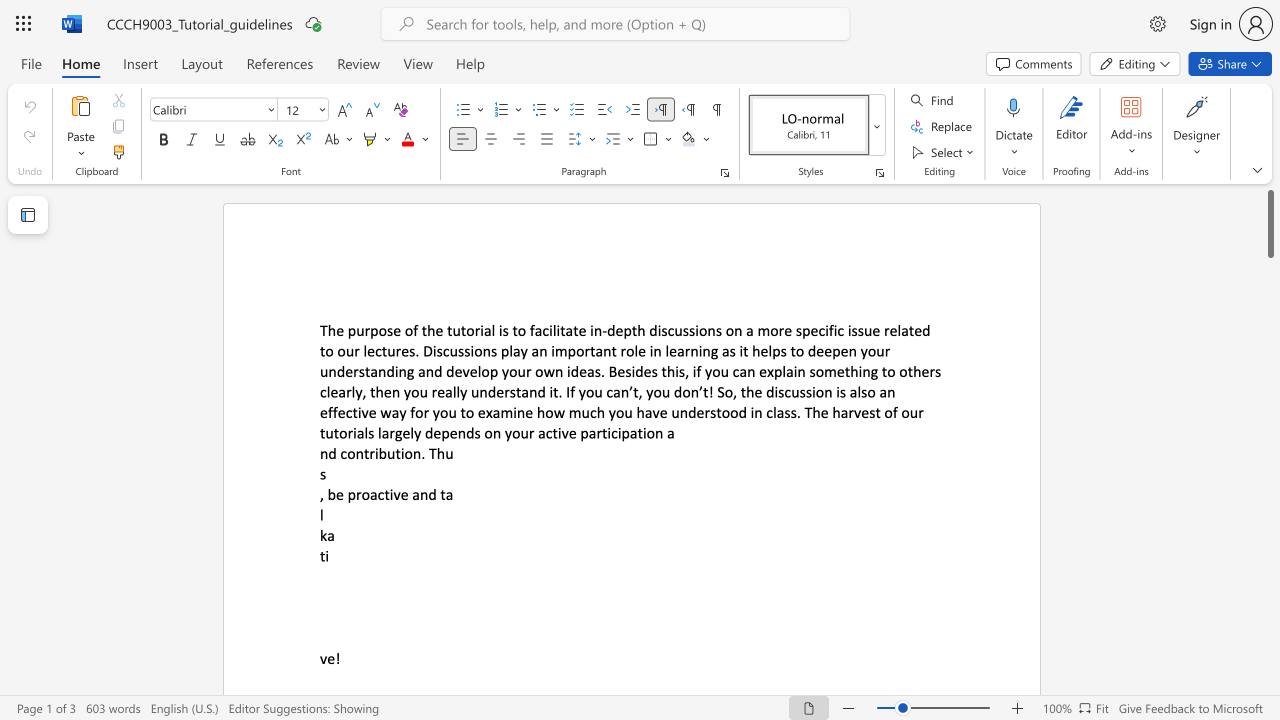  What do you see at coordinates (1269, 318) in the screenshot?
I see `the scrollbar to slide the page down` at bounding box center [1269, 318].